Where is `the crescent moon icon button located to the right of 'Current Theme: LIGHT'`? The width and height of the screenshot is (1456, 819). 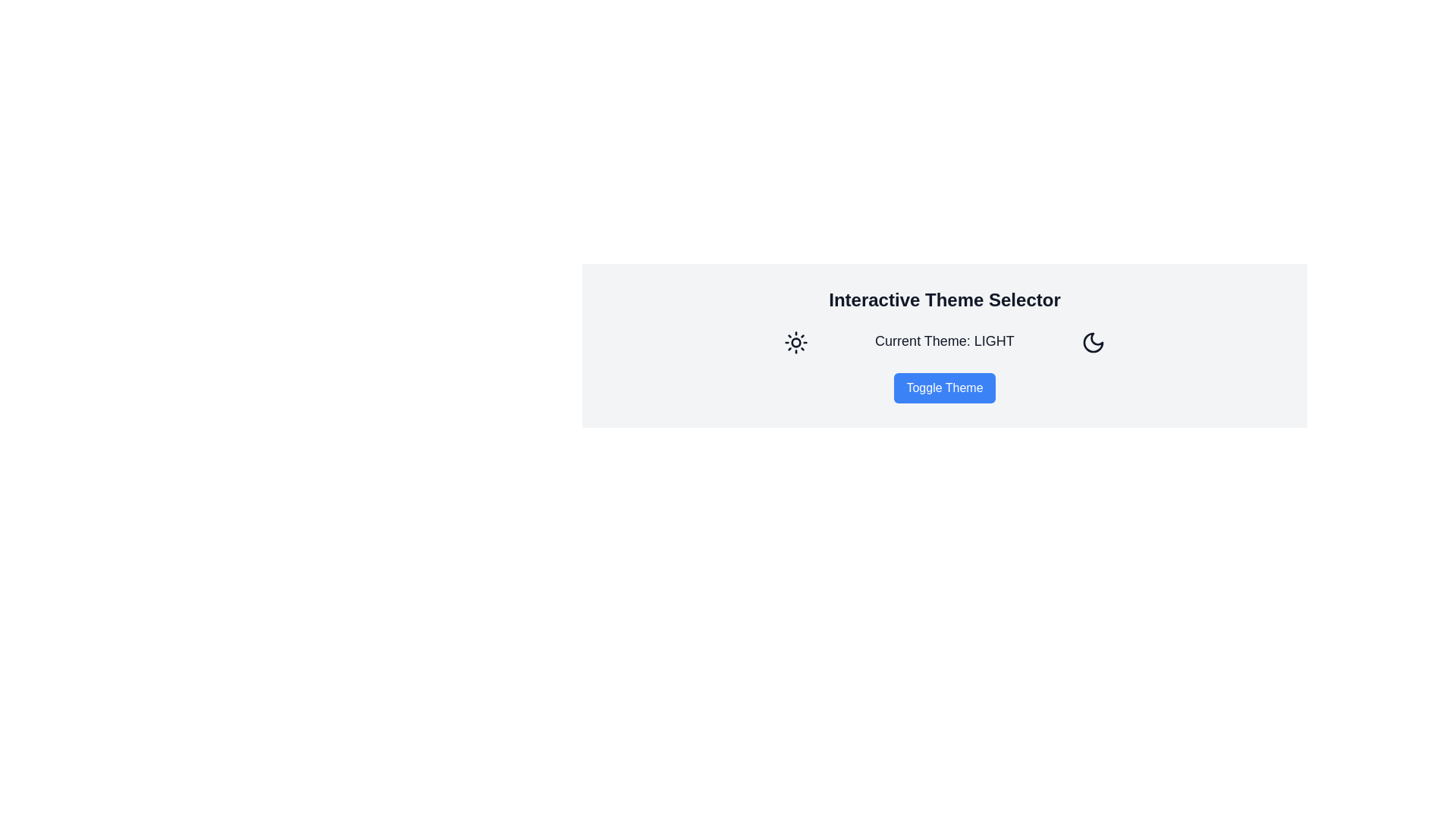
the crescent moon icon button located to the right of 'Current Theme: LIGHT' is located at coordinates (1093, 342).